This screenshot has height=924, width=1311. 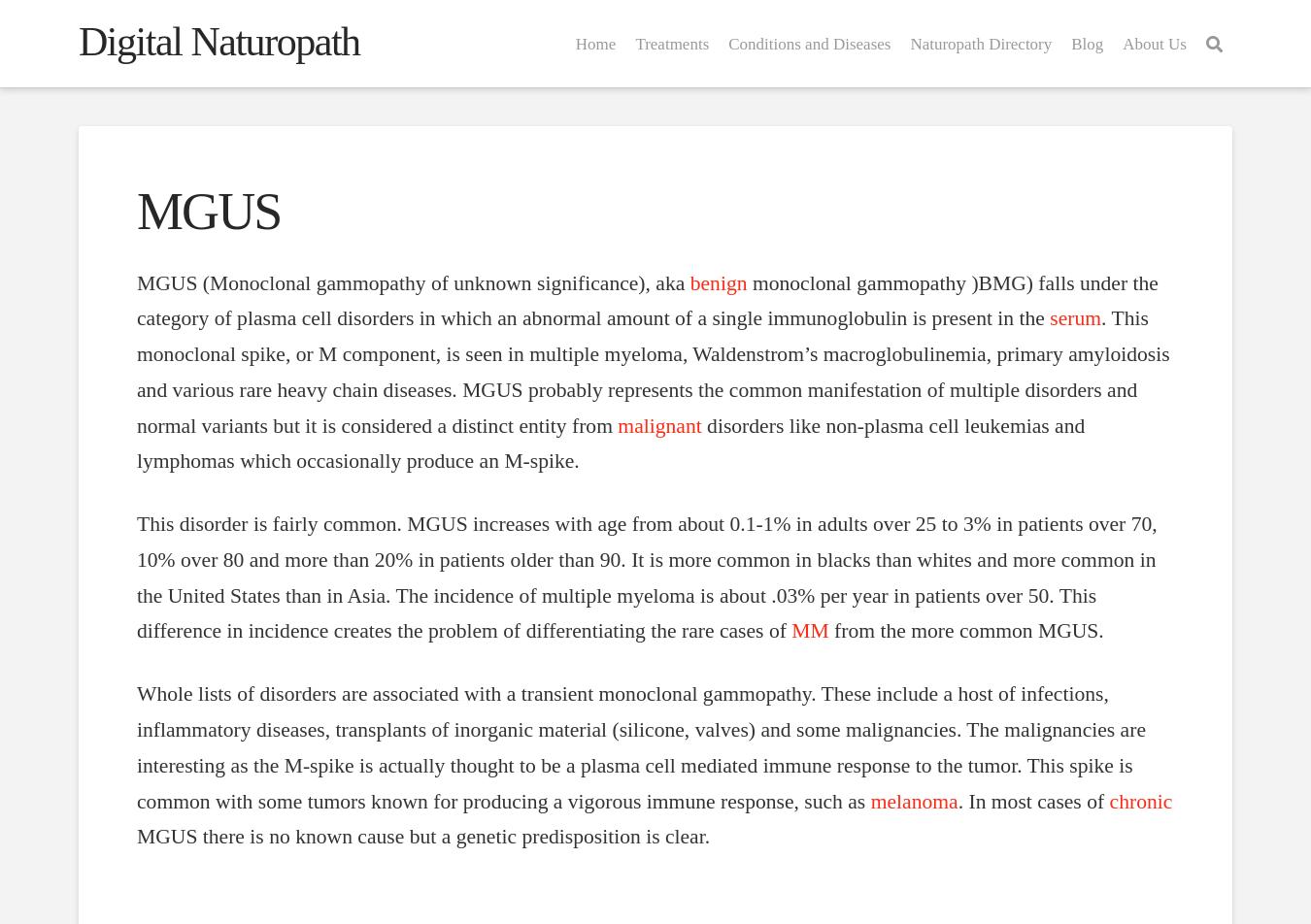 I want to click on 'benign', so click(x=717, y=282).